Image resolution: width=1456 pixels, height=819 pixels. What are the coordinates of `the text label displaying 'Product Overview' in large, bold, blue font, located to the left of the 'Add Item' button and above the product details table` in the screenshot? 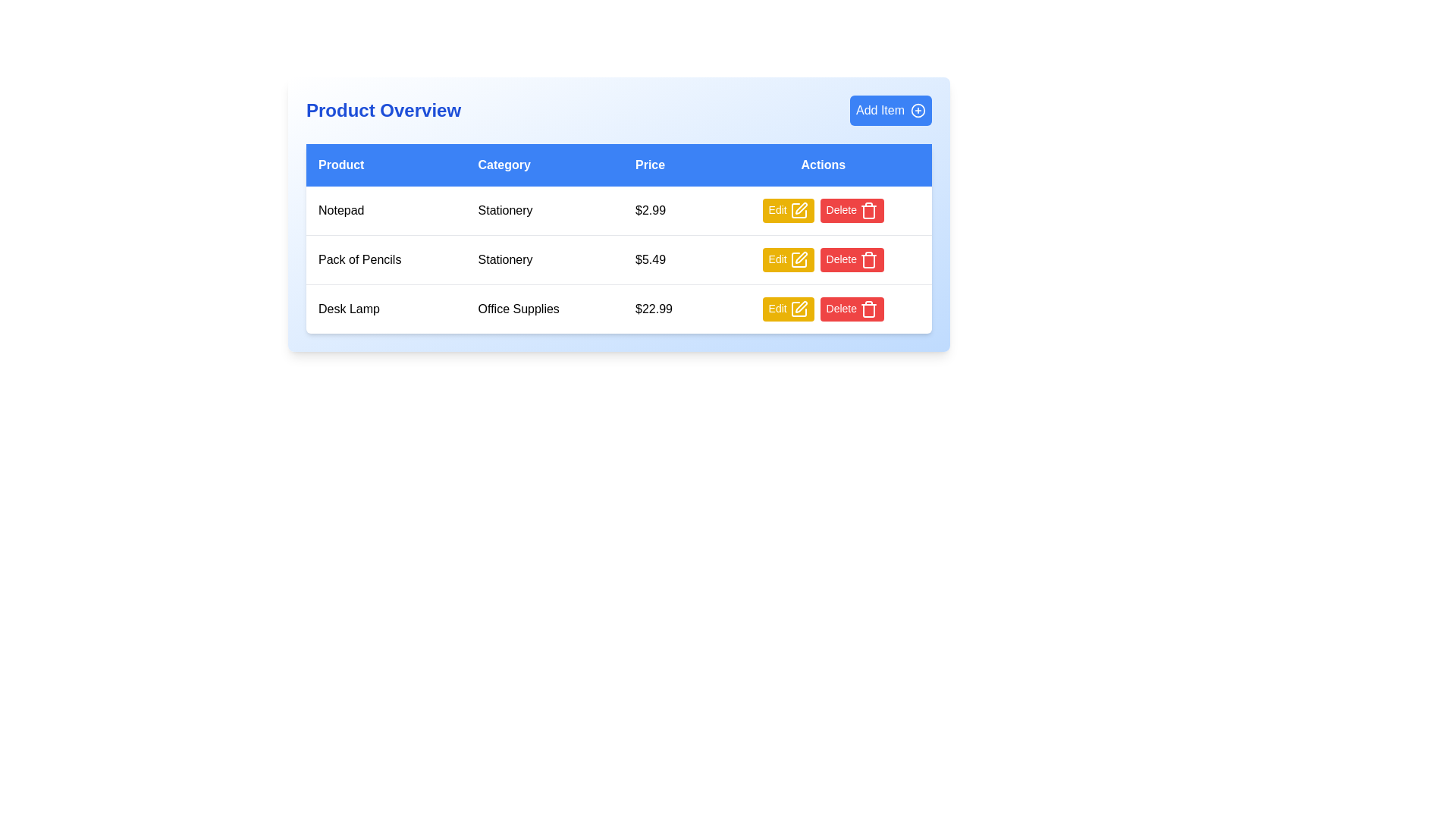 It's located at (384, 110).